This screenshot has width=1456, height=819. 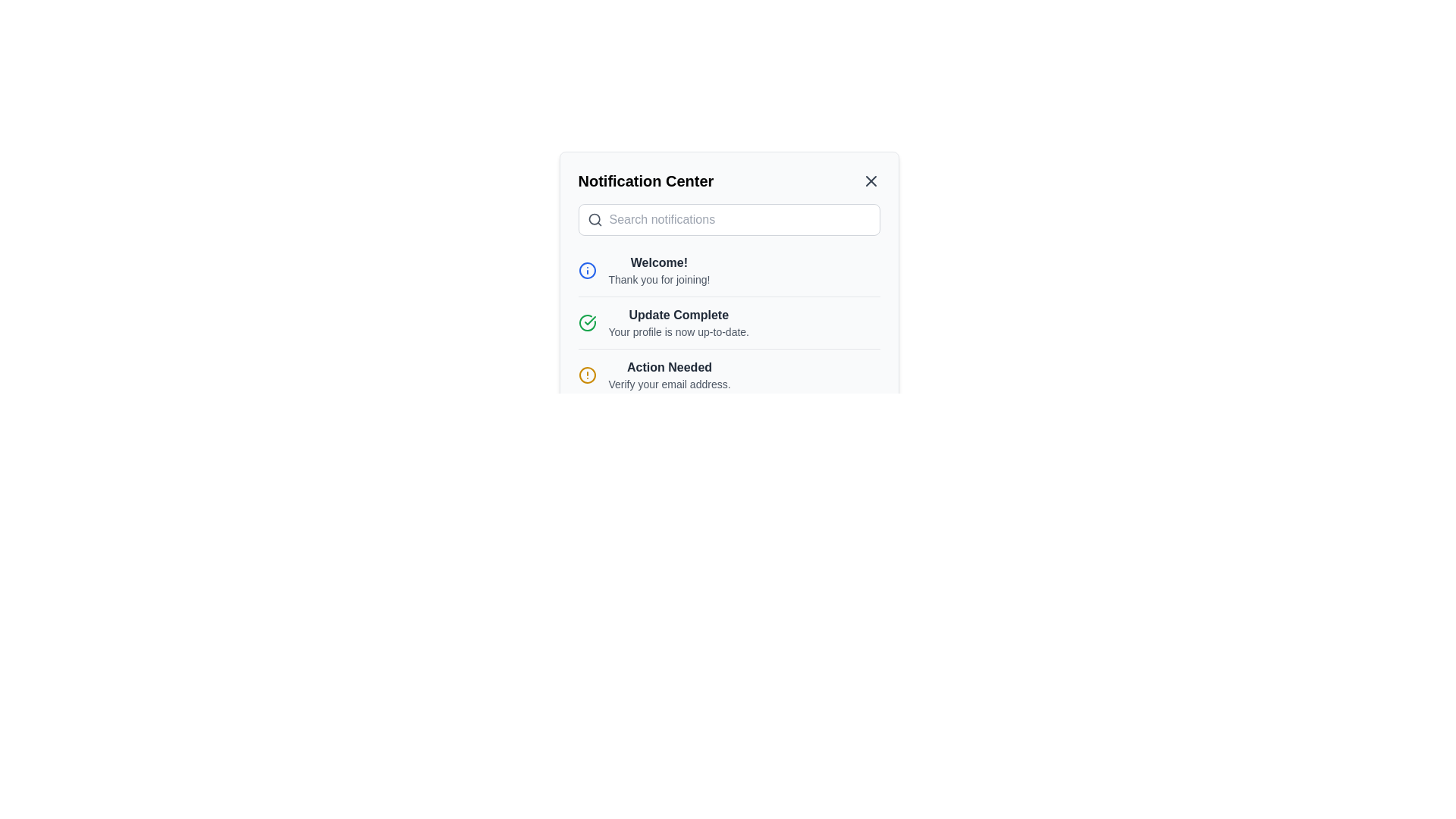 What do you see at coordinates (586, 322) in the screenshot?
I see `the circular checkmark icon indicating 'Update Complete' in the notification panel` at bounding box center [586, 322].